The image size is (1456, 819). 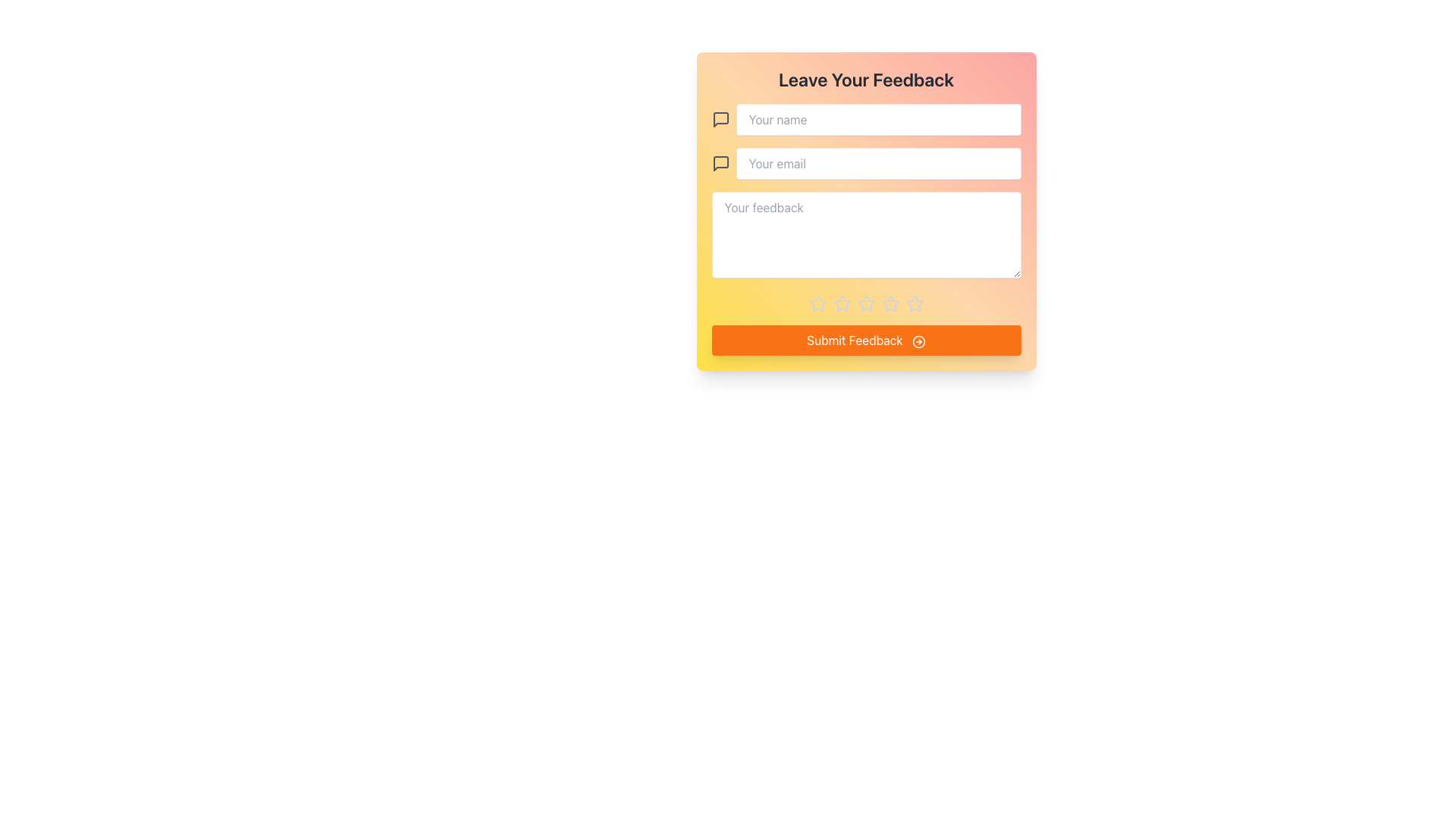 What do you see at coordinates (866, 303) in the screenshot?
I see `the third star icon, which is grayish in tone and part of a rating system, located below the feedback text area and above the 'Submit Feedback' button` at bounding box center [866, 303].